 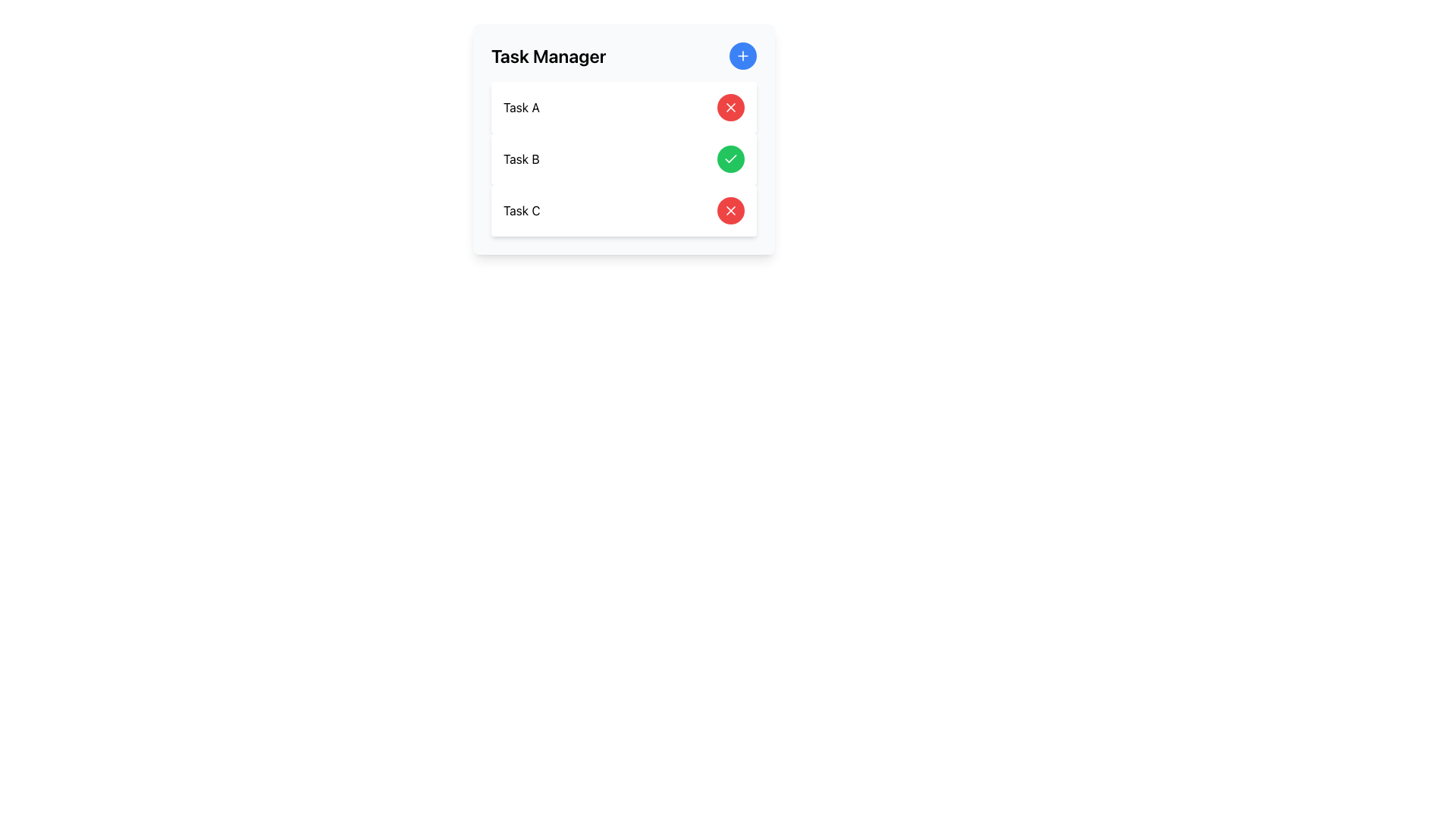 What do you see at coordinates (522, 210) in the screenshot?
I see `the static text label displaying 'Task C', located at the bottom of the task list in the 'Task Manager' card` at bounding box center [522, 210].